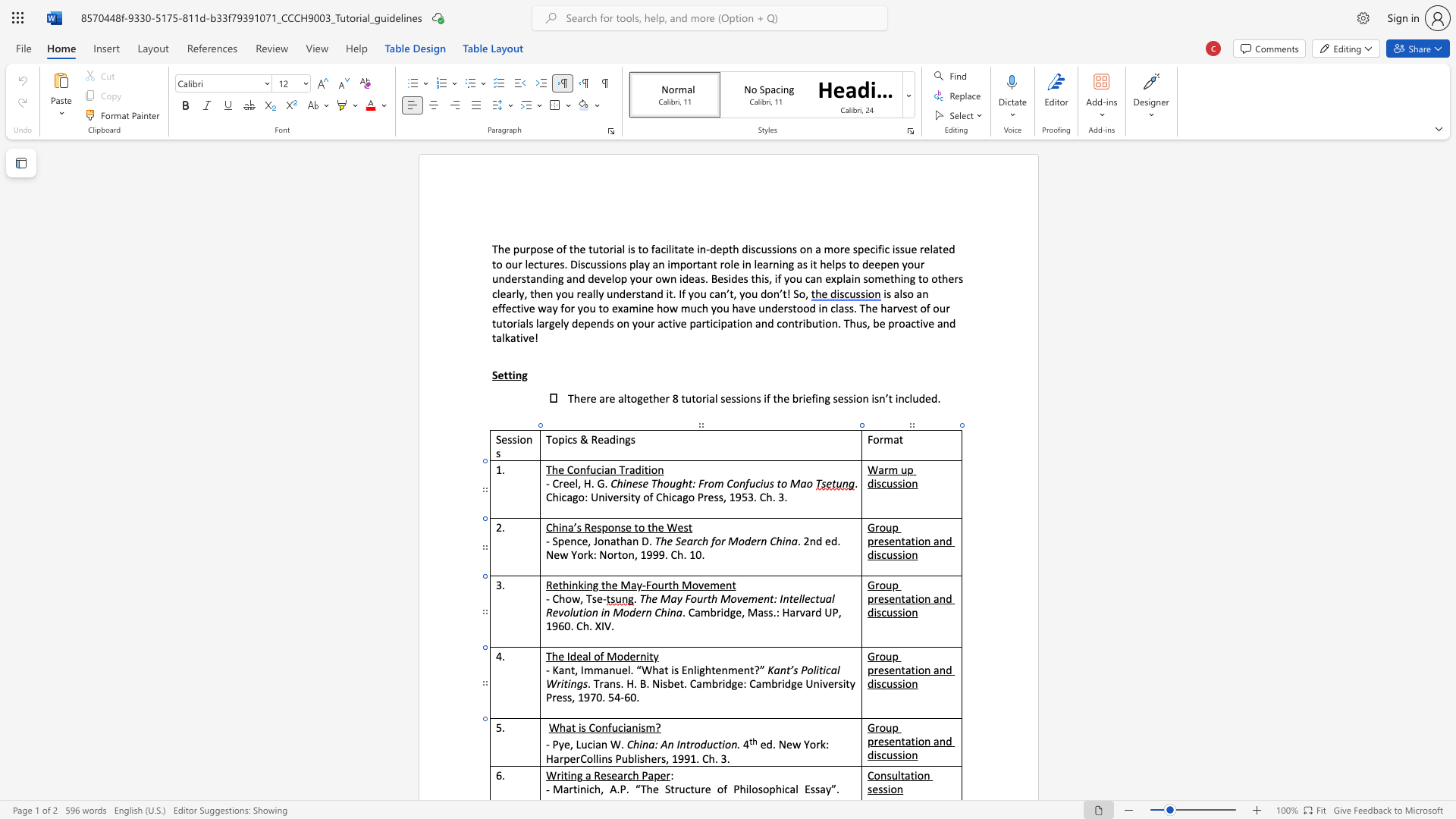 This screenshot has height=819, width=1456. What do you see at coordinates (639, 726) in the screenshot?
I see `the 3th character "i" in the text` at bounding box center [639, 726].